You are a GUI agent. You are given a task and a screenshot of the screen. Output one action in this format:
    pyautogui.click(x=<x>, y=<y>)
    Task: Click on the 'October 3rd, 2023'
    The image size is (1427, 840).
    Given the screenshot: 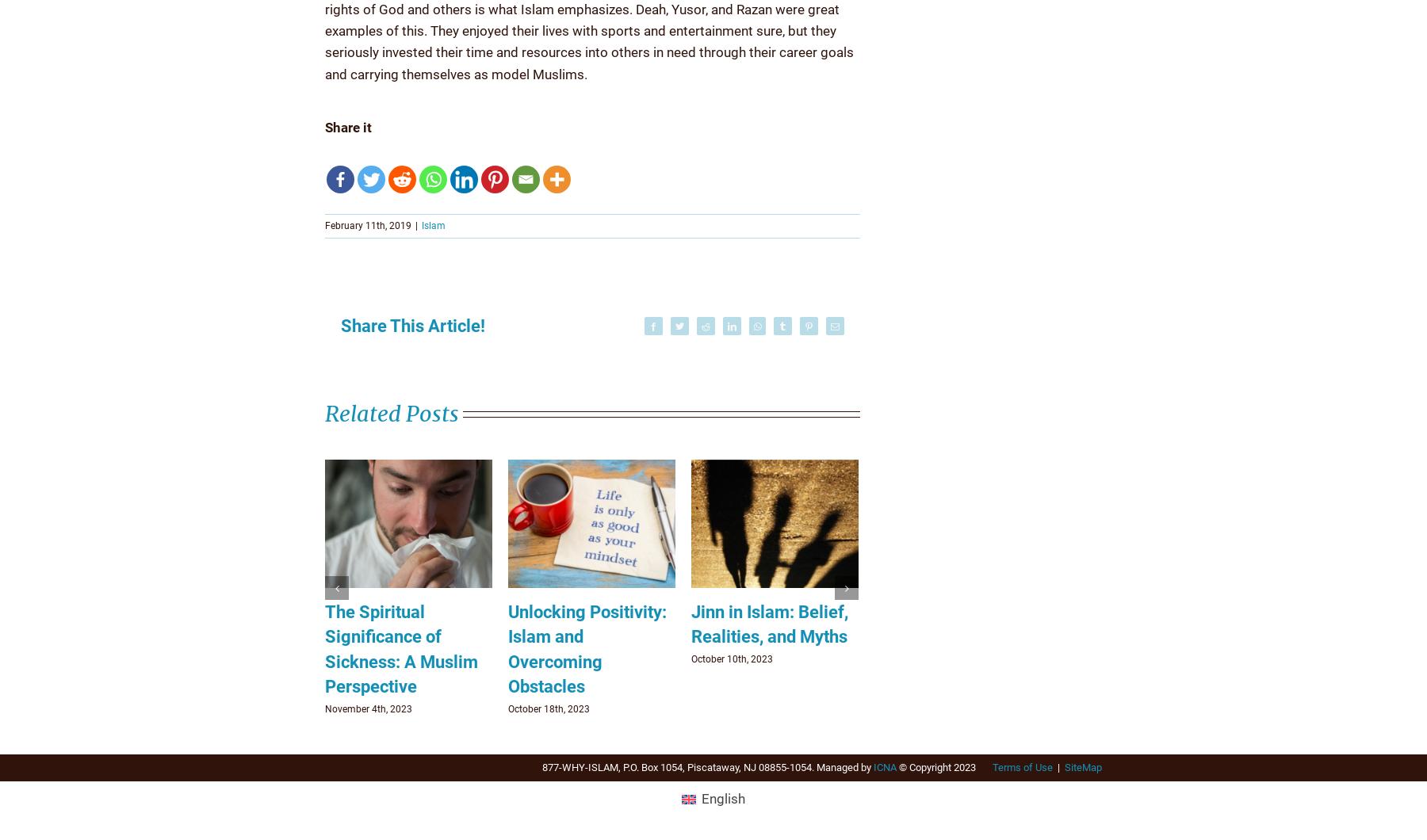 What is the action you would take?
    pyautogui.click(x=362, y=708)
    